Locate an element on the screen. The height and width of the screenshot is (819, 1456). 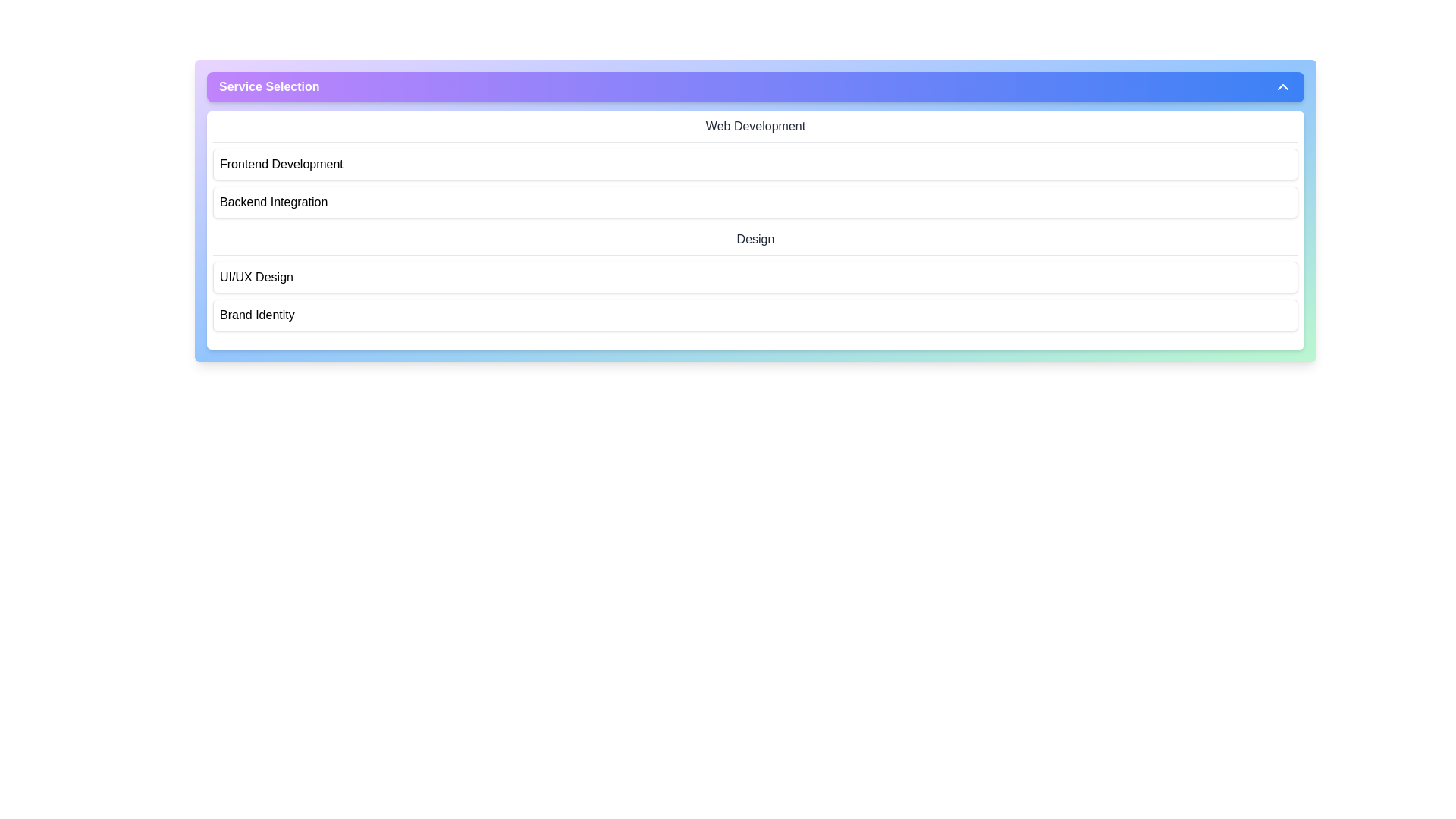
the 'Brand Identity' button located under the 'Design' section of the 'Service Selection' box is located at coordinates (755, 315).